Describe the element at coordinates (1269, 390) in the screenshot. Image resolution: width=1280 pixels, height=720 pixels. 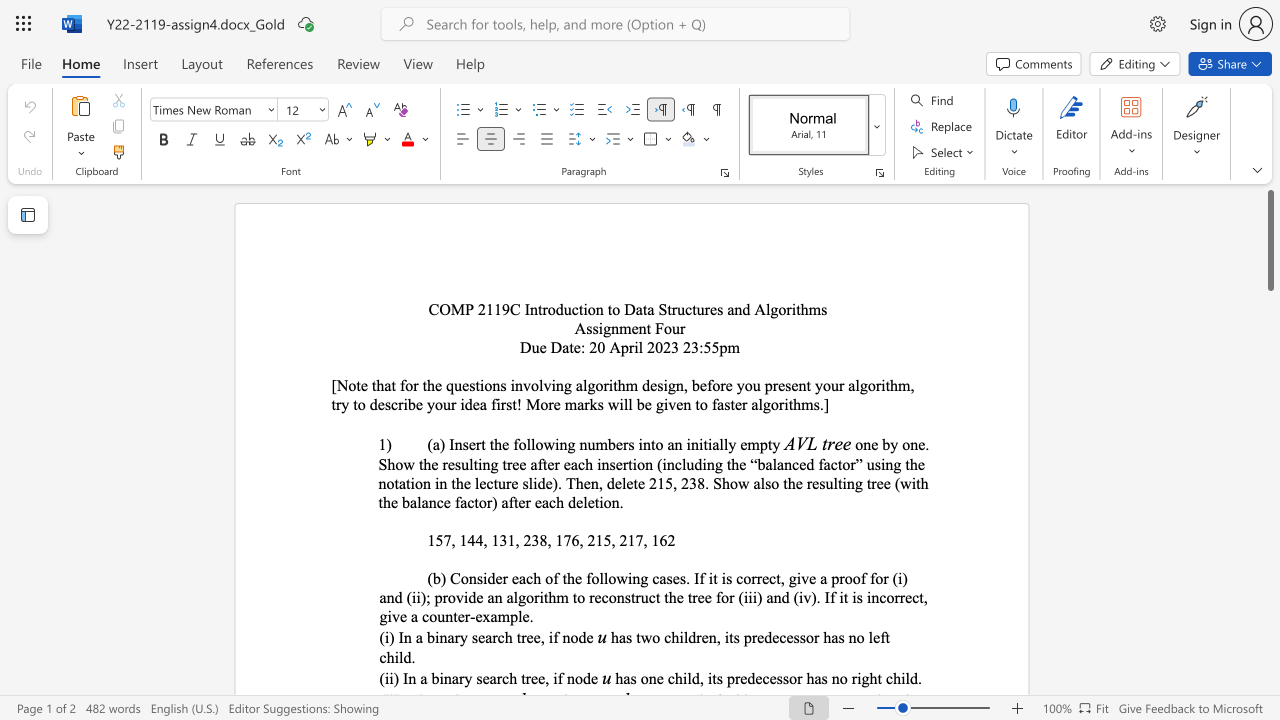
I see `the scrollbar to move the view down` at that location.